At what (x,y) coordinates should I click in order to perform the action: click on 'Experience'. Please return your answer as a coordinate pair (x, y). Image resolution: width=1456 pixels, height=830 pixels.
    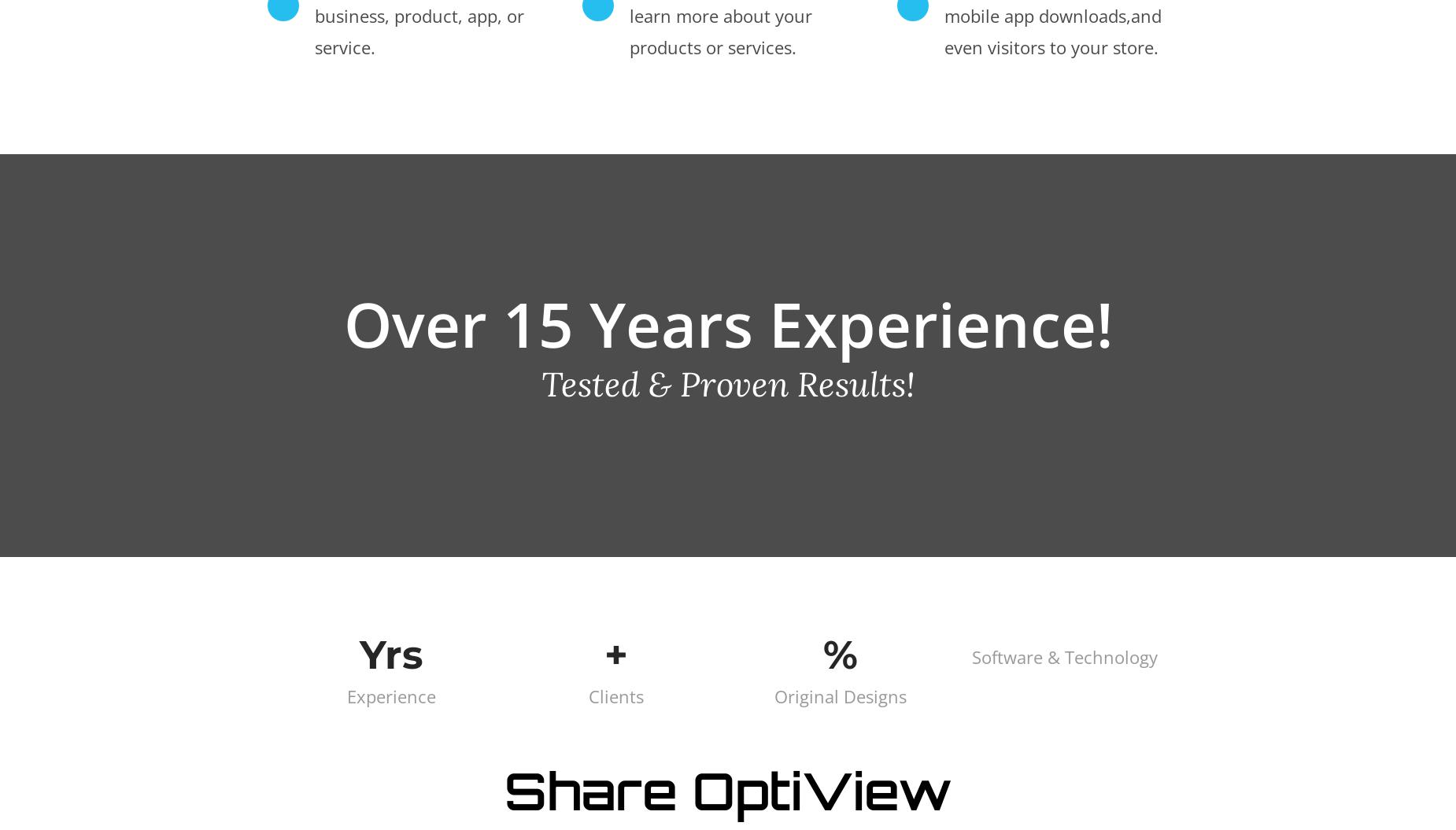
    Looking at the image, I should click on (391, 694).